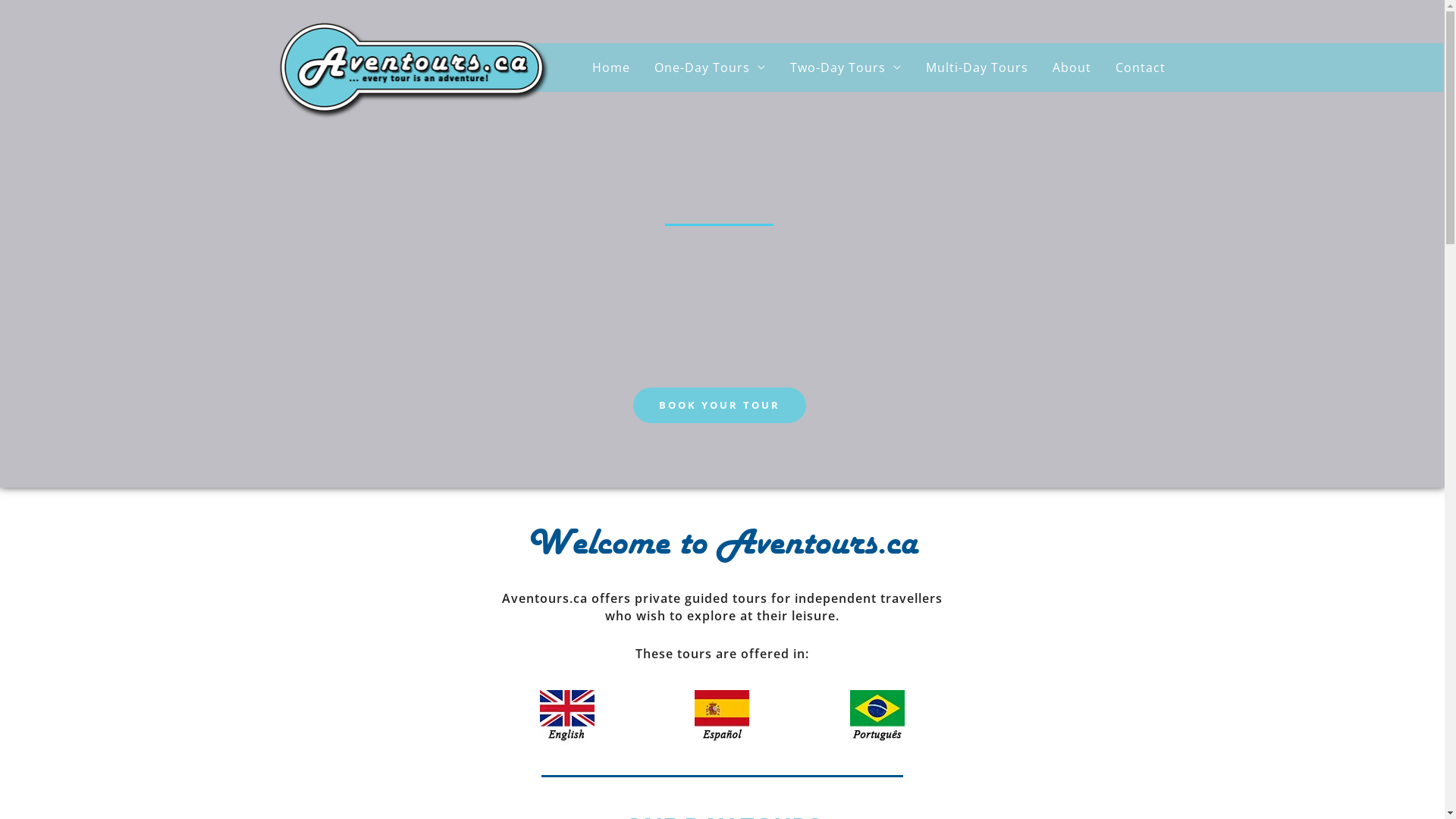 Image resolution: width=1456 pixels, height=819 pixels. I want to click on 'Contact', so click(1103, 66).